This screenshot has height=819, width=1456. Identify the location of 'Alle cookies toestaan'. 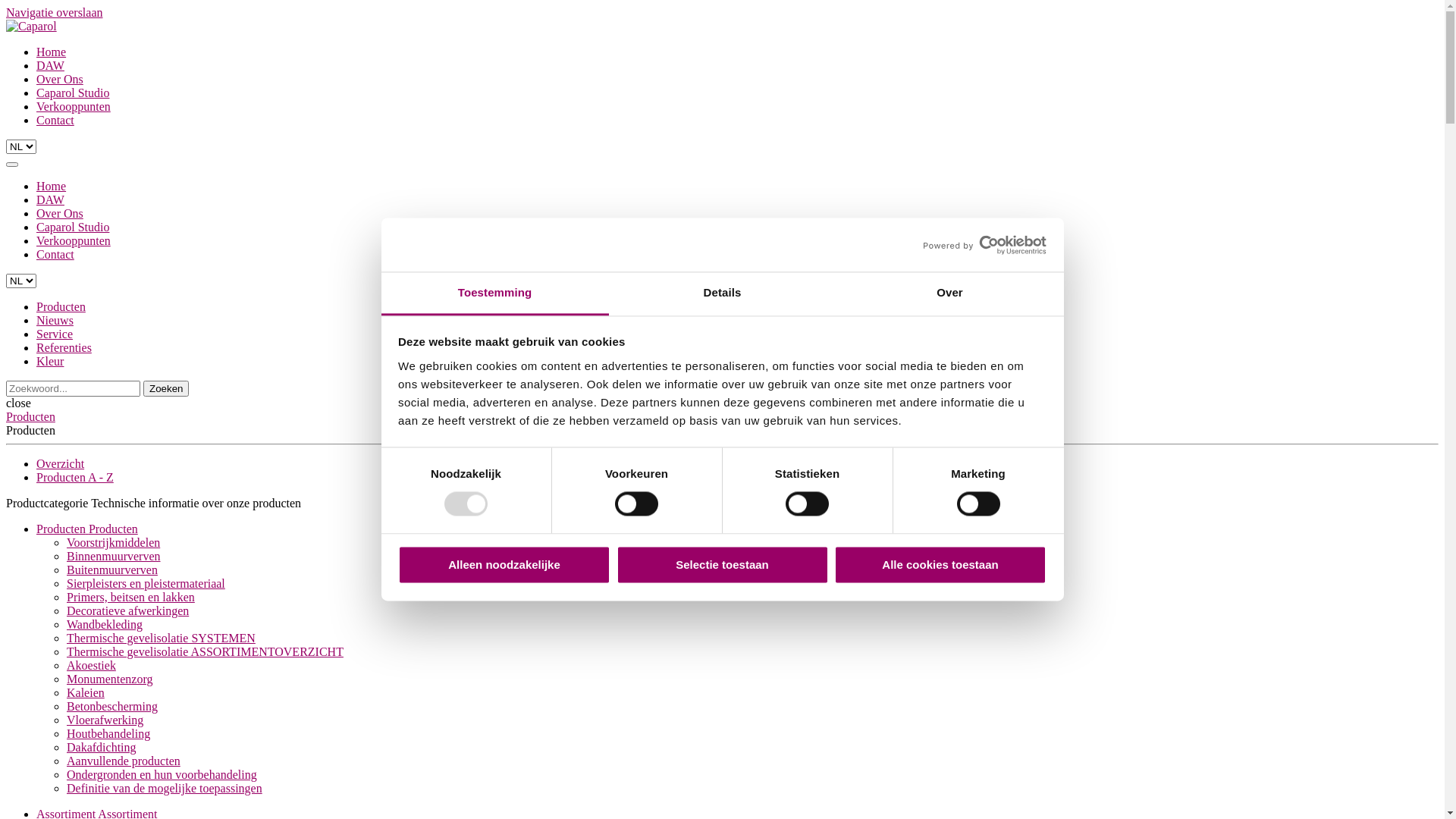
(833, 564).